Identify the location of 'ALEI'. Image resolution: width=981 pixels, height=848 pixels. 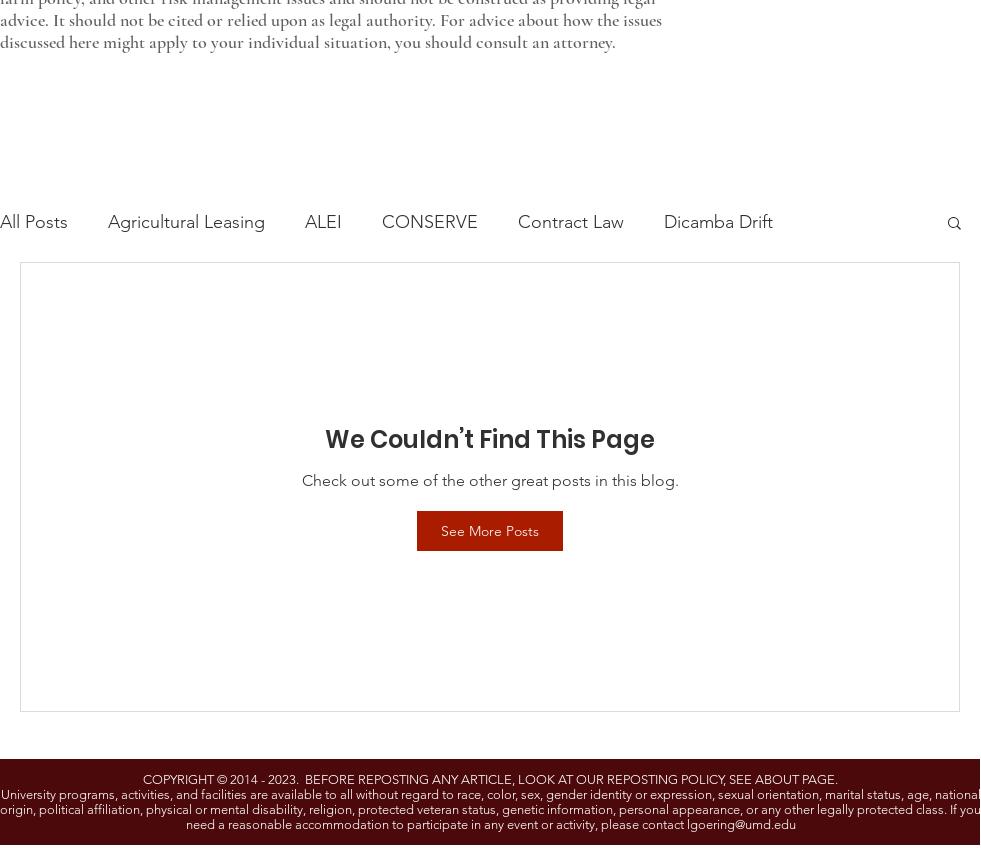
(322, 221).